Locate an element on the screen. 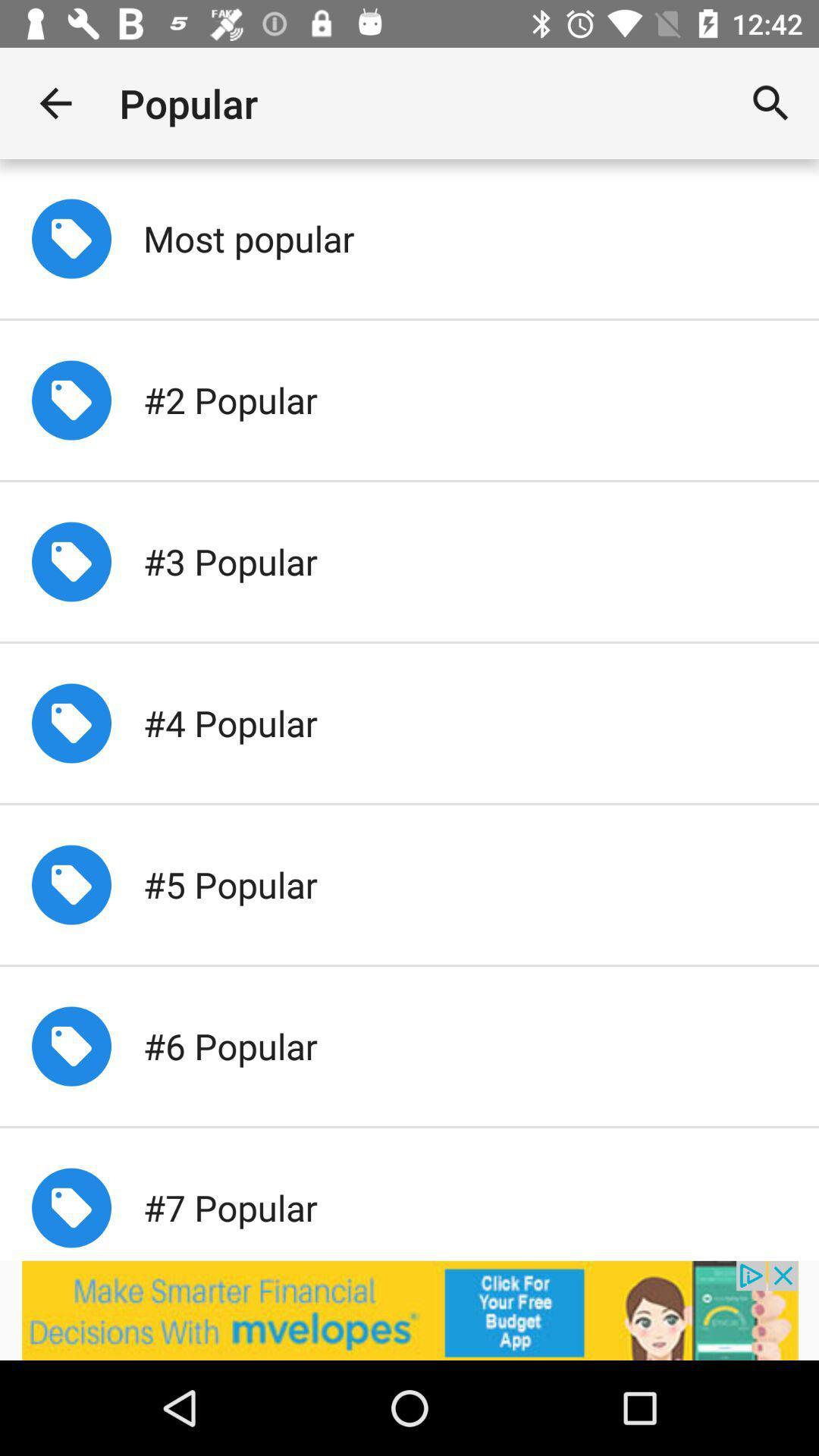  advertisement is located at coordinates (409, 1310).